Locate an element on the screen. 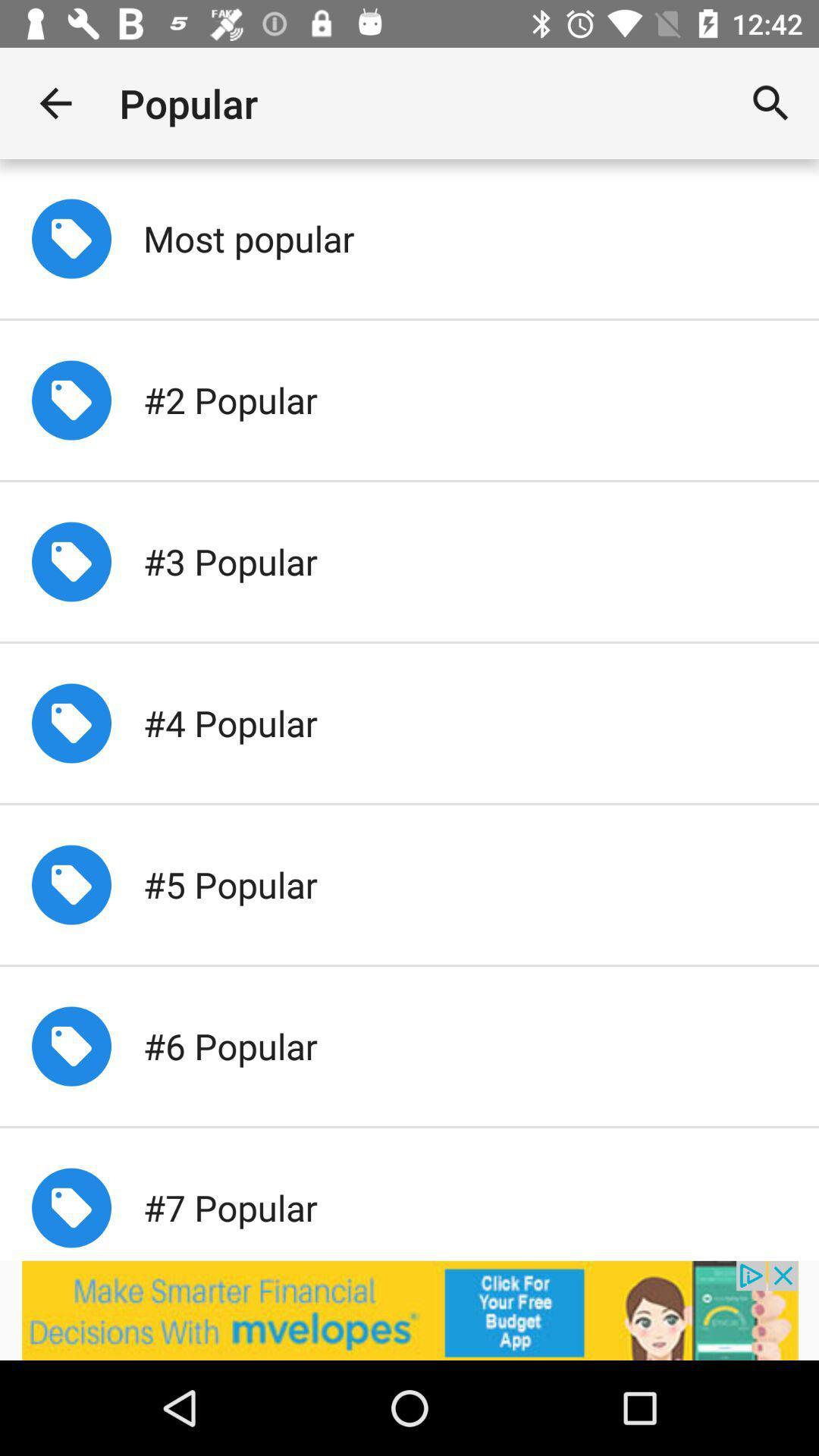  advertisement is located at coordinates (409, 1310).